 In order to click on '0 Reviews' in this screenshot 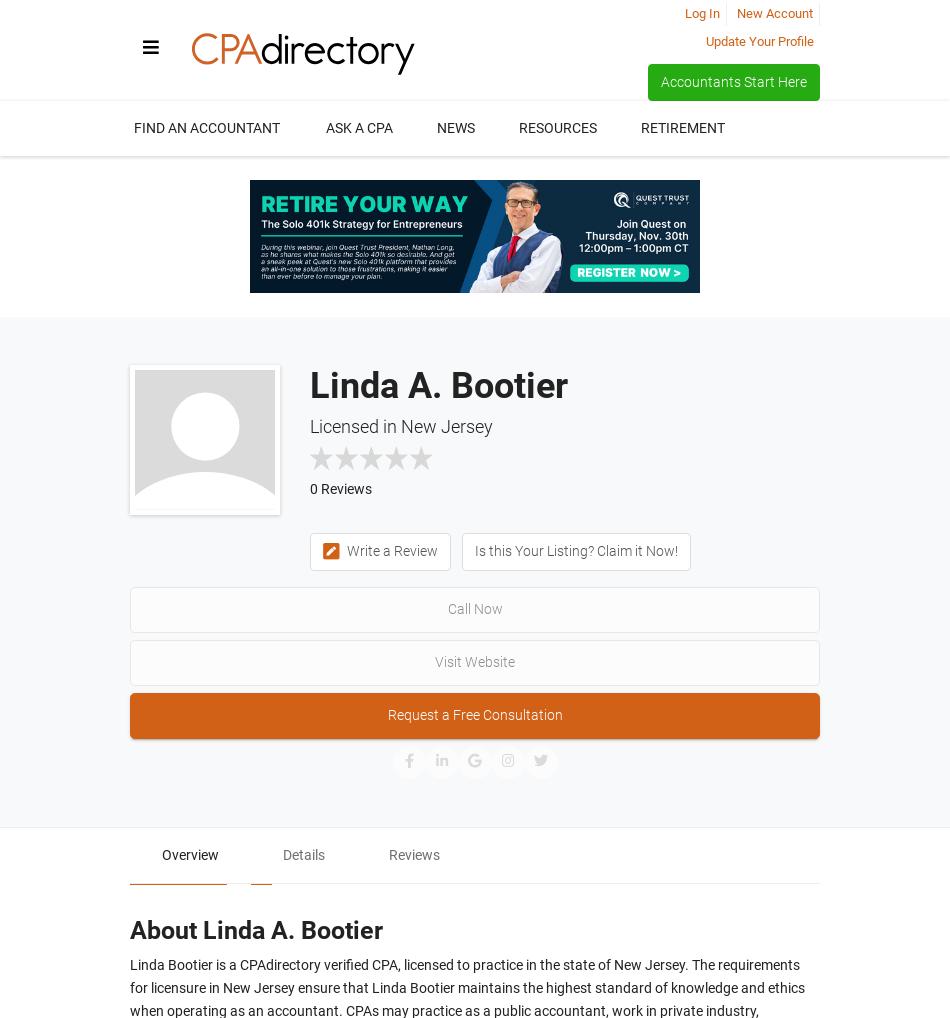, I will do `click(339, 489)`.